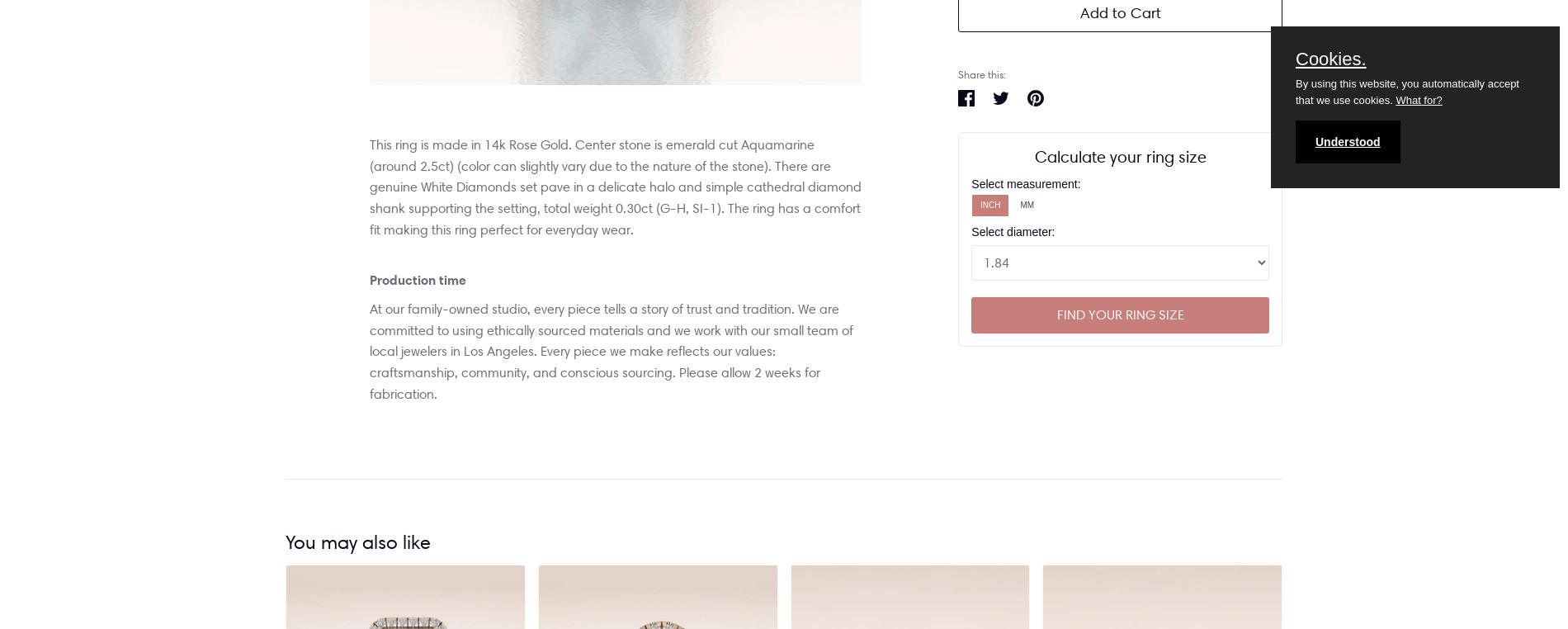  What do you see at coordinates (1118, 314) in the screenshot?
I see `'Find your ring size'` at bounding box center [1118, 314].